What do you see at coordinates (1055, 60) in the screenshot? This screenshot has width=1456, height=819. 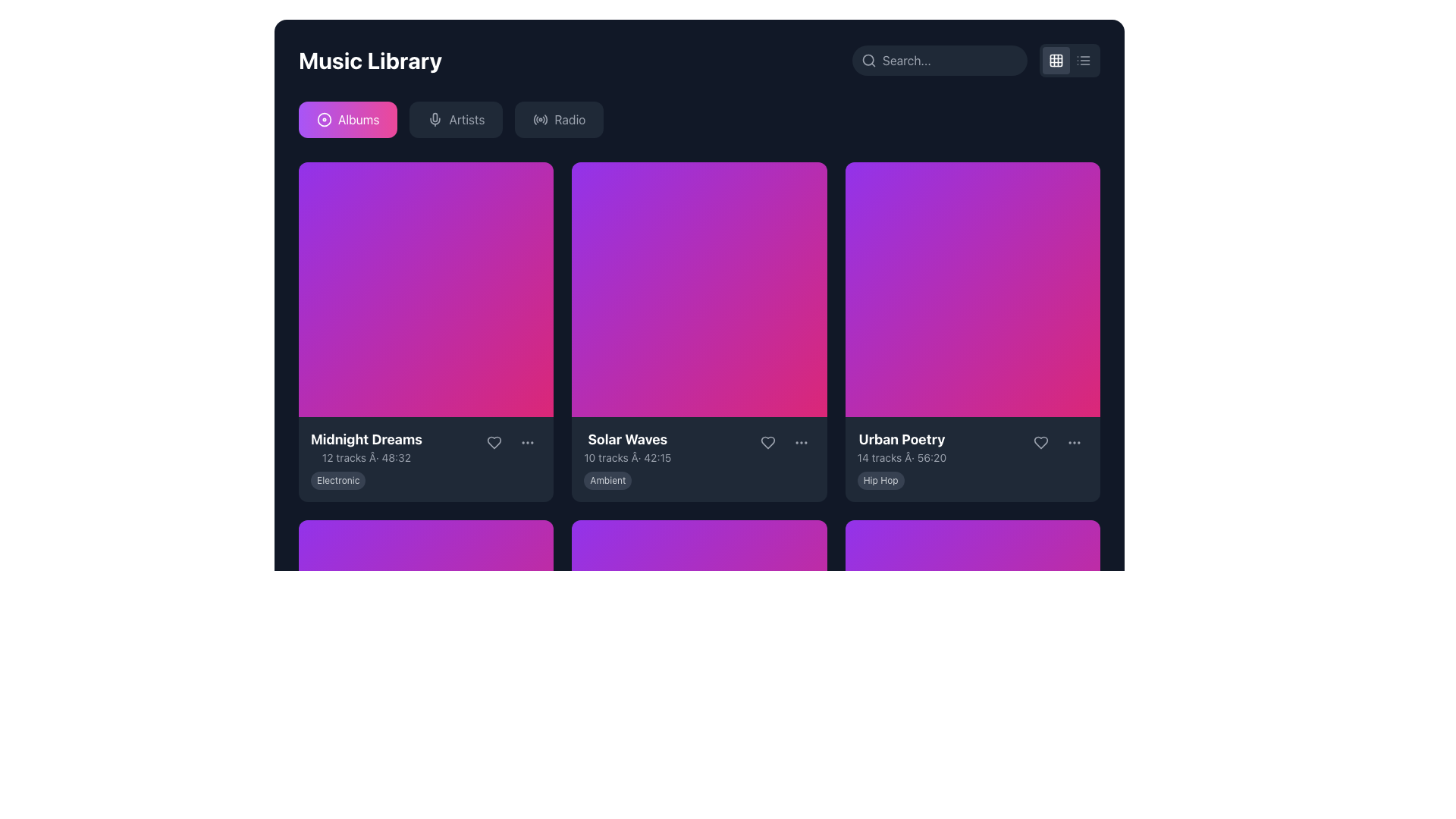 I see `the top-left rectangle of the 3x3 grid icon located in the top-right corner of the interface` at bounding box center [1055, 60].